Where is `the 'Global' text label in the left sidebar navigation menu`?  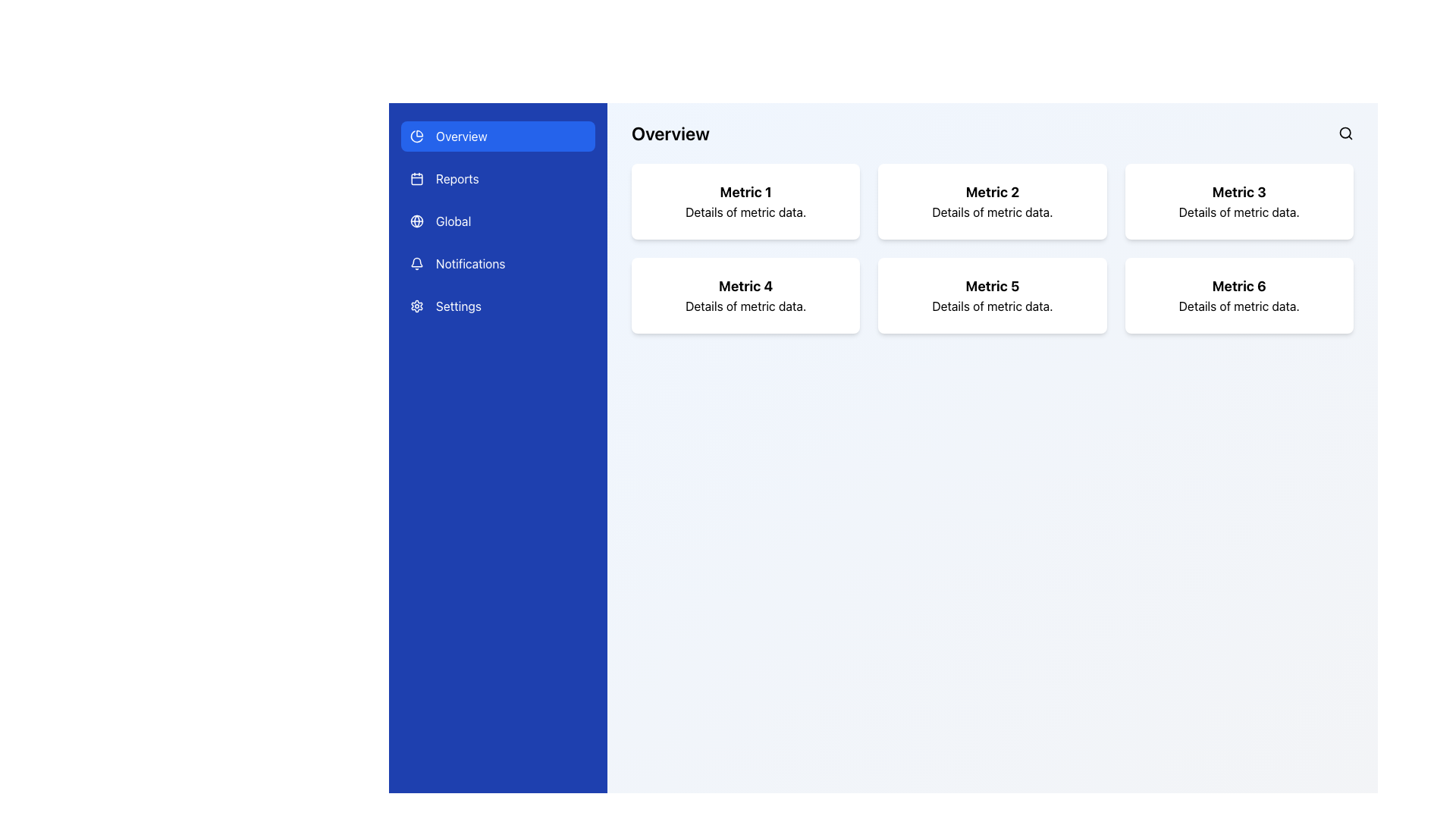
the 'Global' text label in the left sidebar navigation menu is located at coordinates (453, 221).